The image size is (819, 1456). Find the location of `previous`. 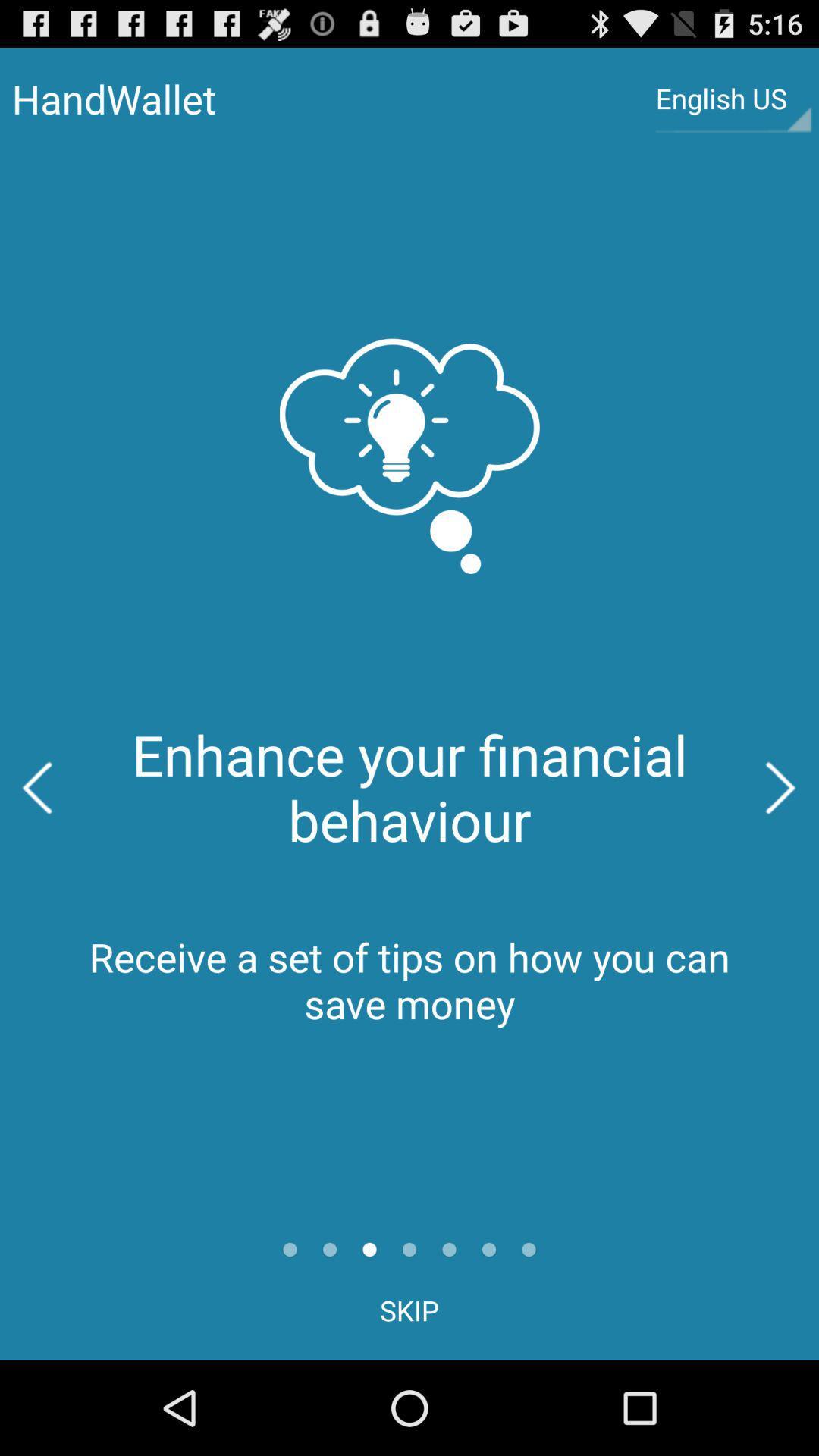

previous is located at coordinates (36, 788).